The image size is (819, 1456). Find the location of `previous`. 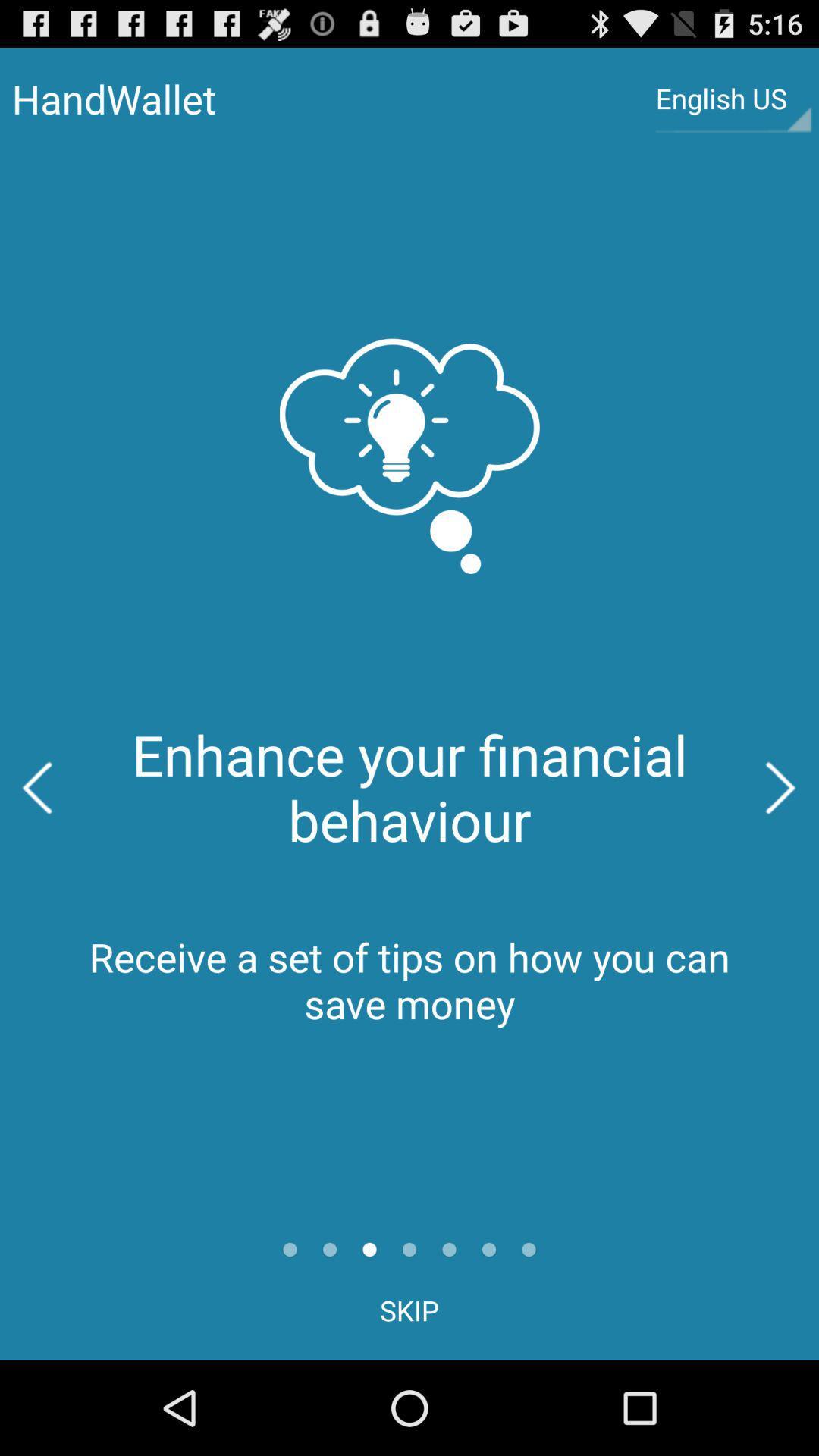

previous is located at coordinates (36, 788).